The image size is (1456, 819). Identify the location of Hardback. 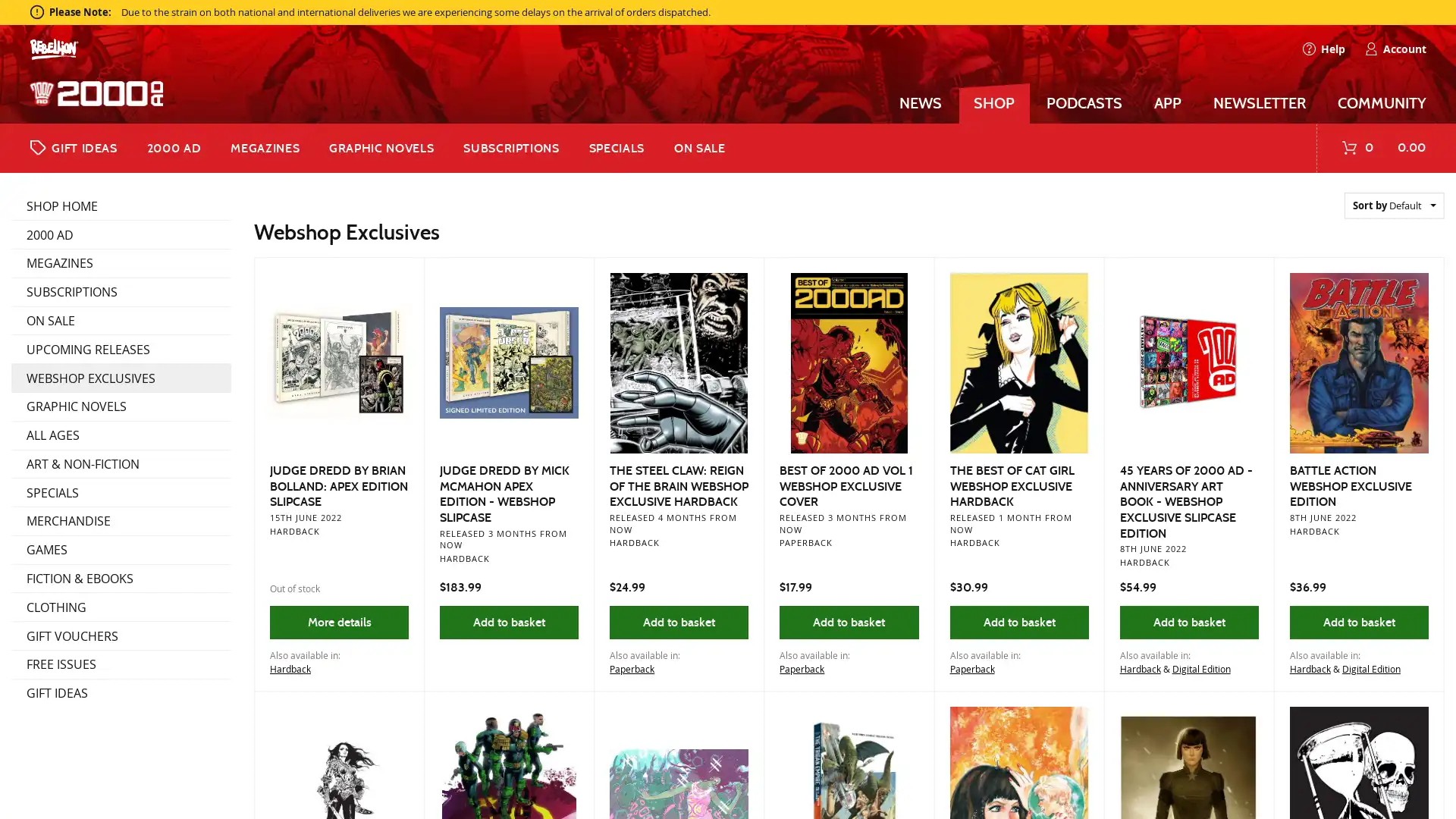
(290, 668).